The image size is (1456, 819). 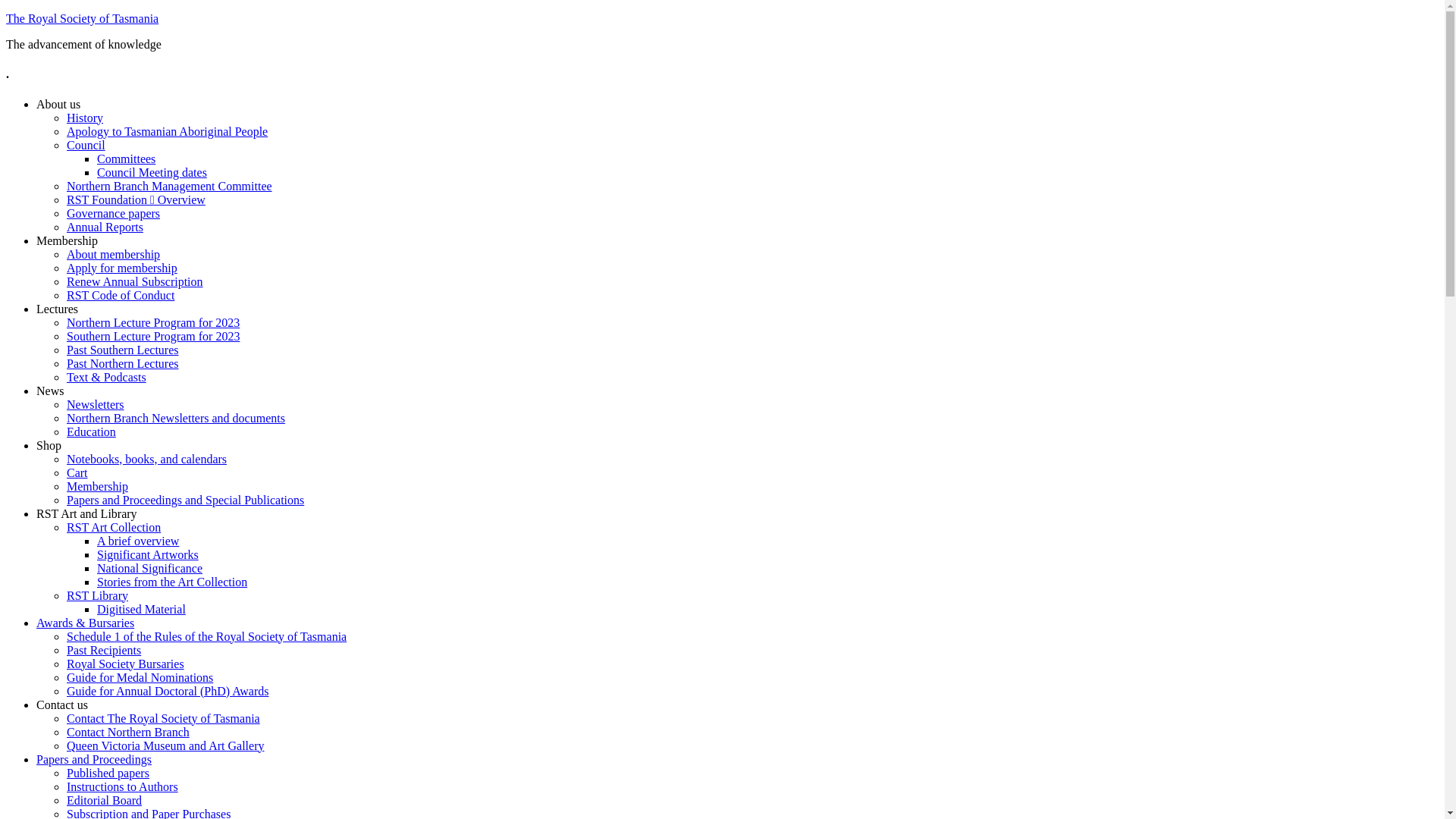 I want to click on 'Digitised Material', so click(x=141, y=608).